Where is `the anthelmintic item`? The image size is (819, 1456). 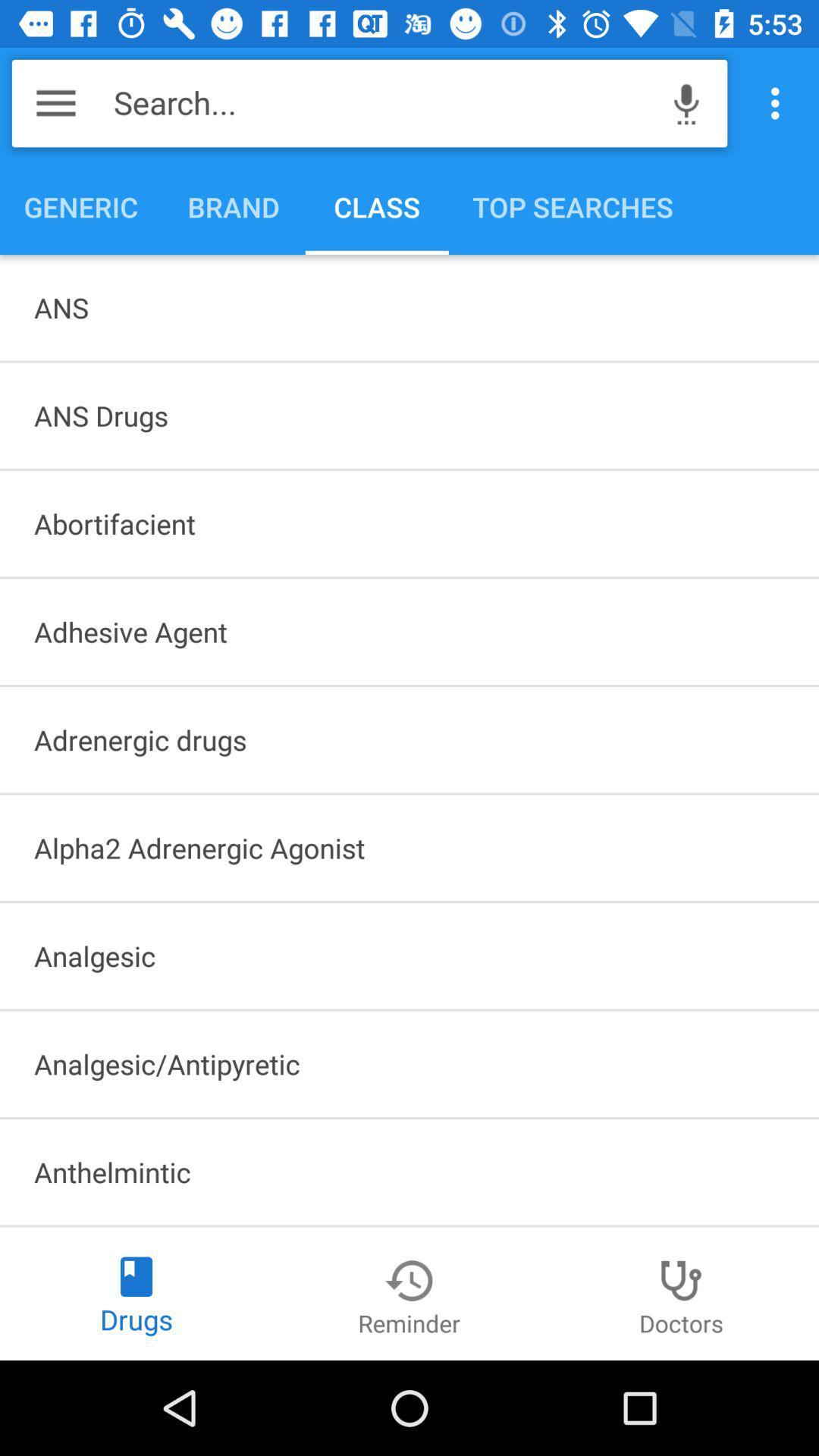
the anthelmintic item is located at coordinates (409, 1171).